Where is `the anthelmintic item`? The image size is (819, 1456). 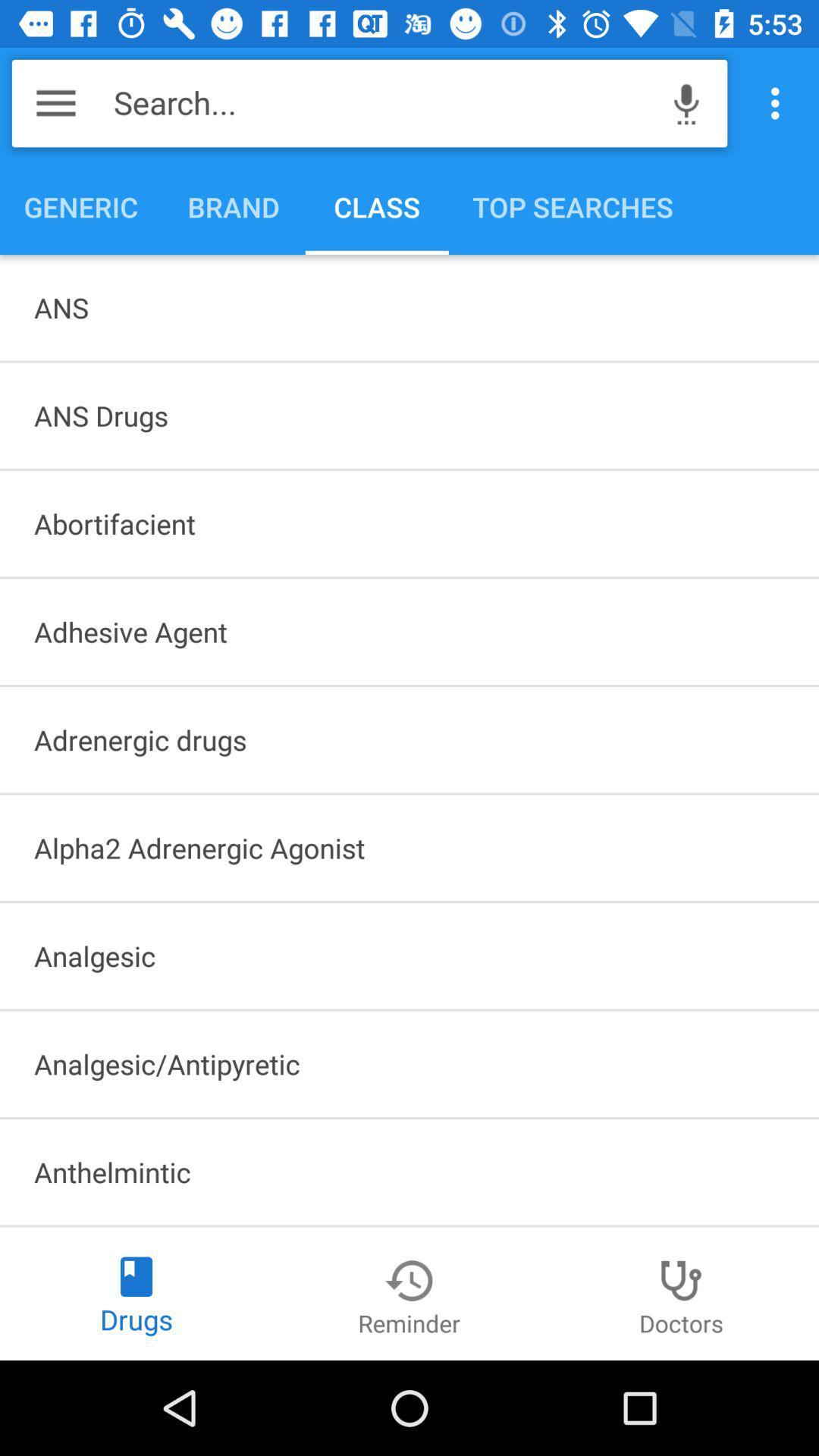
the anthelmintic item is located at coordinates (409, 1171).